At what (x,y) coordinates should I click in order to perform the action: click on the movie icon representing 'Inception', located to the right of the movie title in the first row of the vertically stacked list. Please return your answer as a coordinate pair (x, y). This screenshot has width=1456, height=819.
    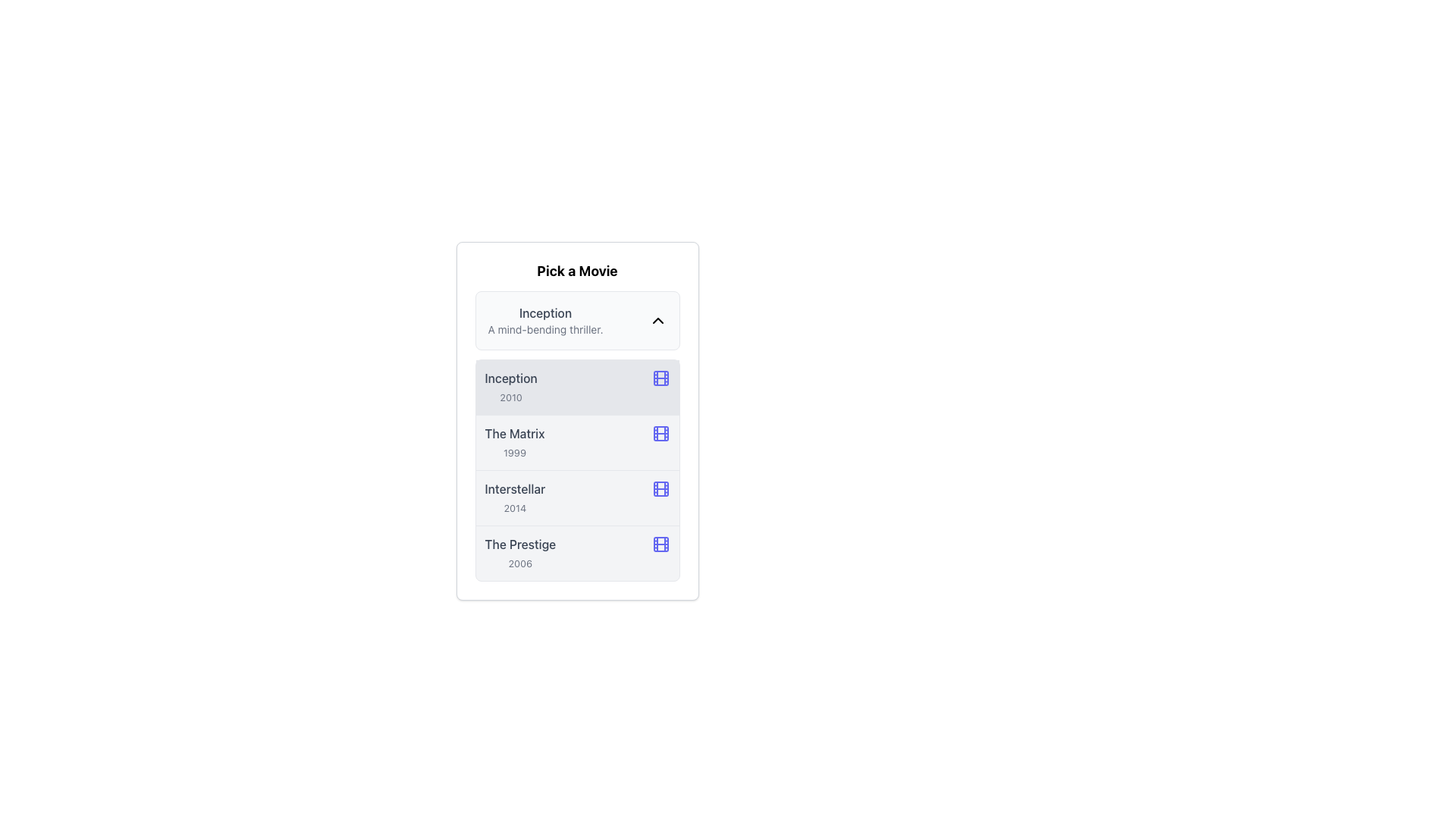
    Looking at the image, I should click on (661, 377).